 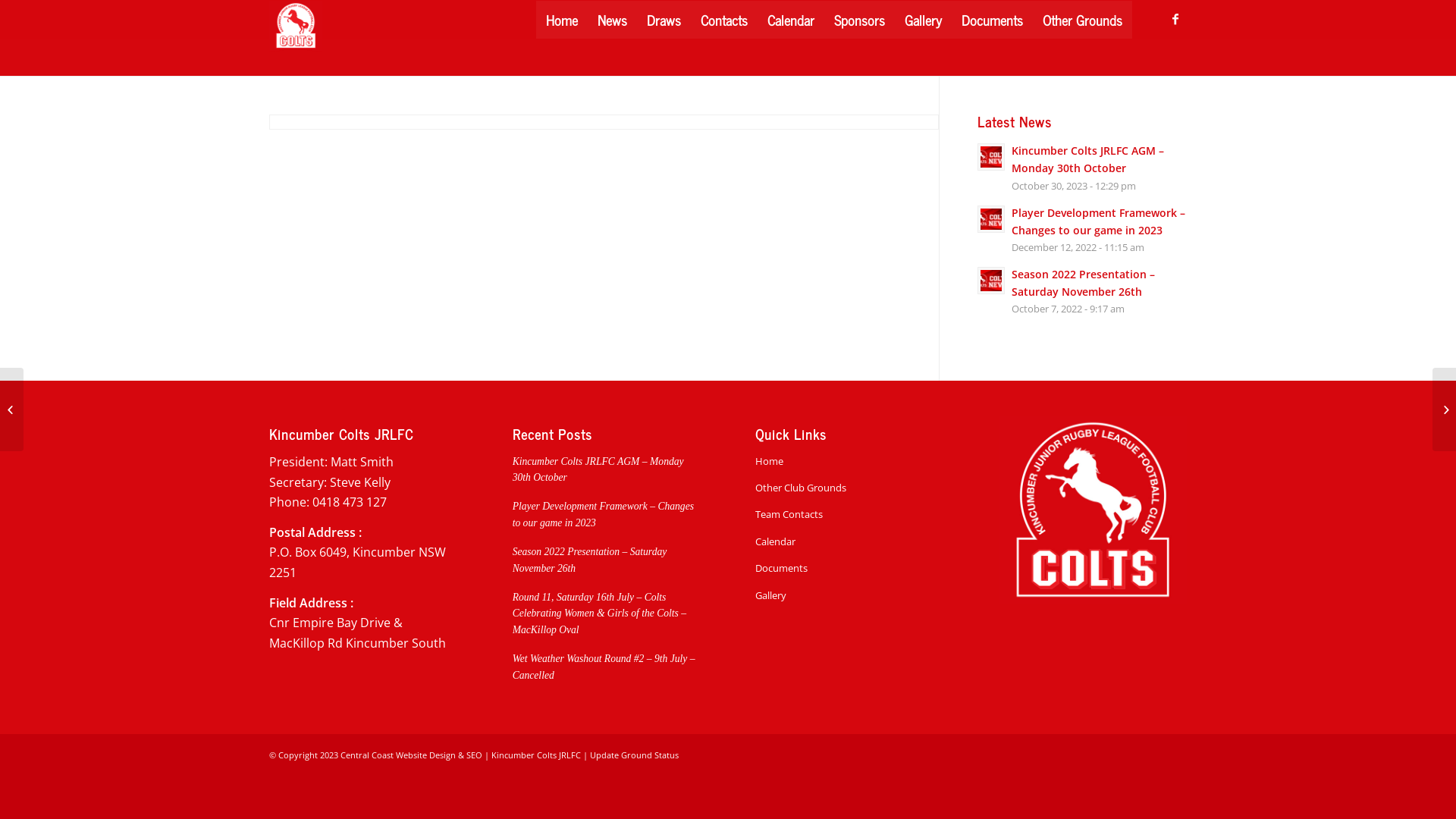 I want to click on 'Update Ground Status', so click(x=634, y=755).